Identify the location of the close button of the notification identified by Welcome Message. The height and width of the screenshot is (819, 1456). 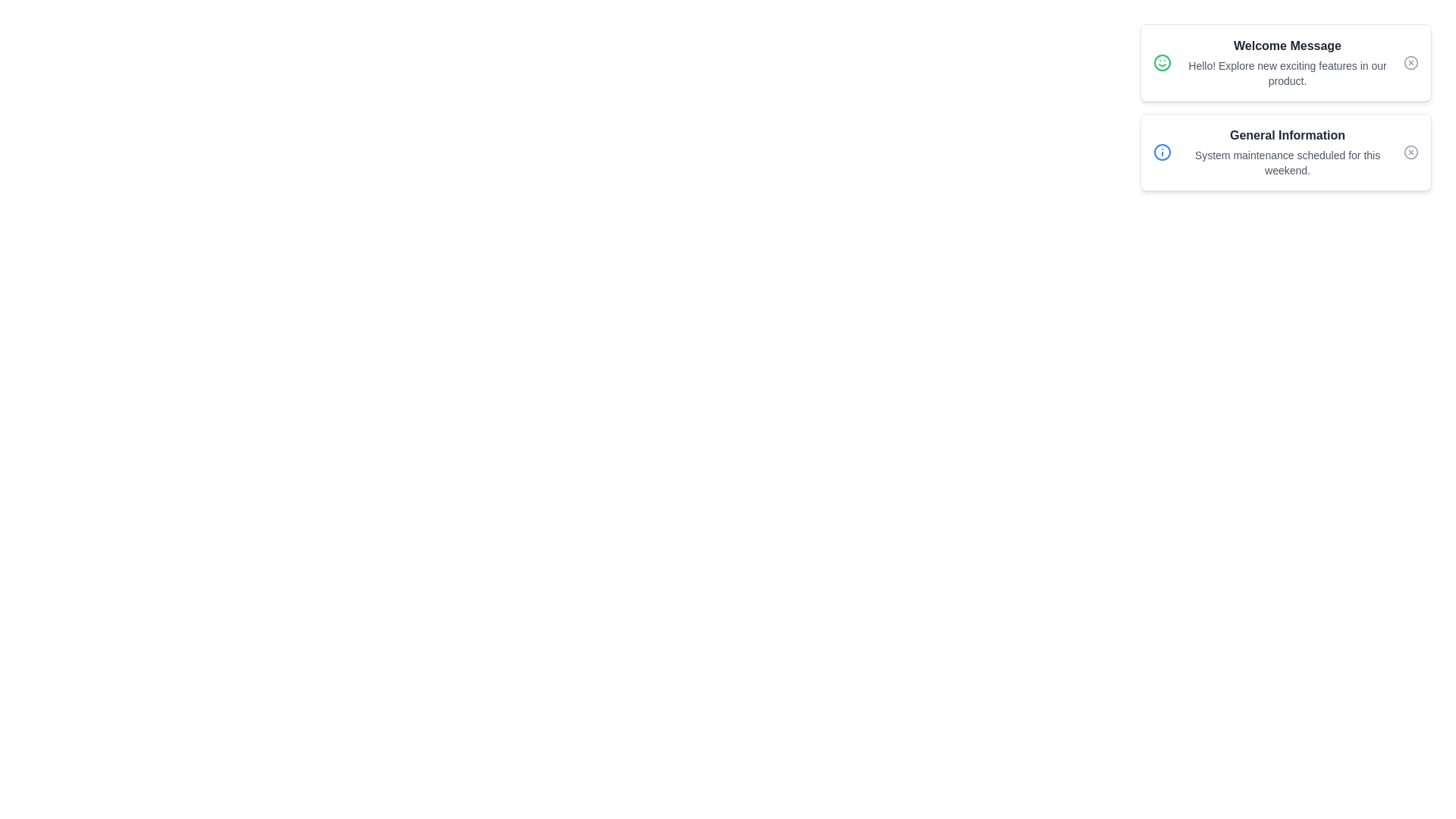
(1410, 62).